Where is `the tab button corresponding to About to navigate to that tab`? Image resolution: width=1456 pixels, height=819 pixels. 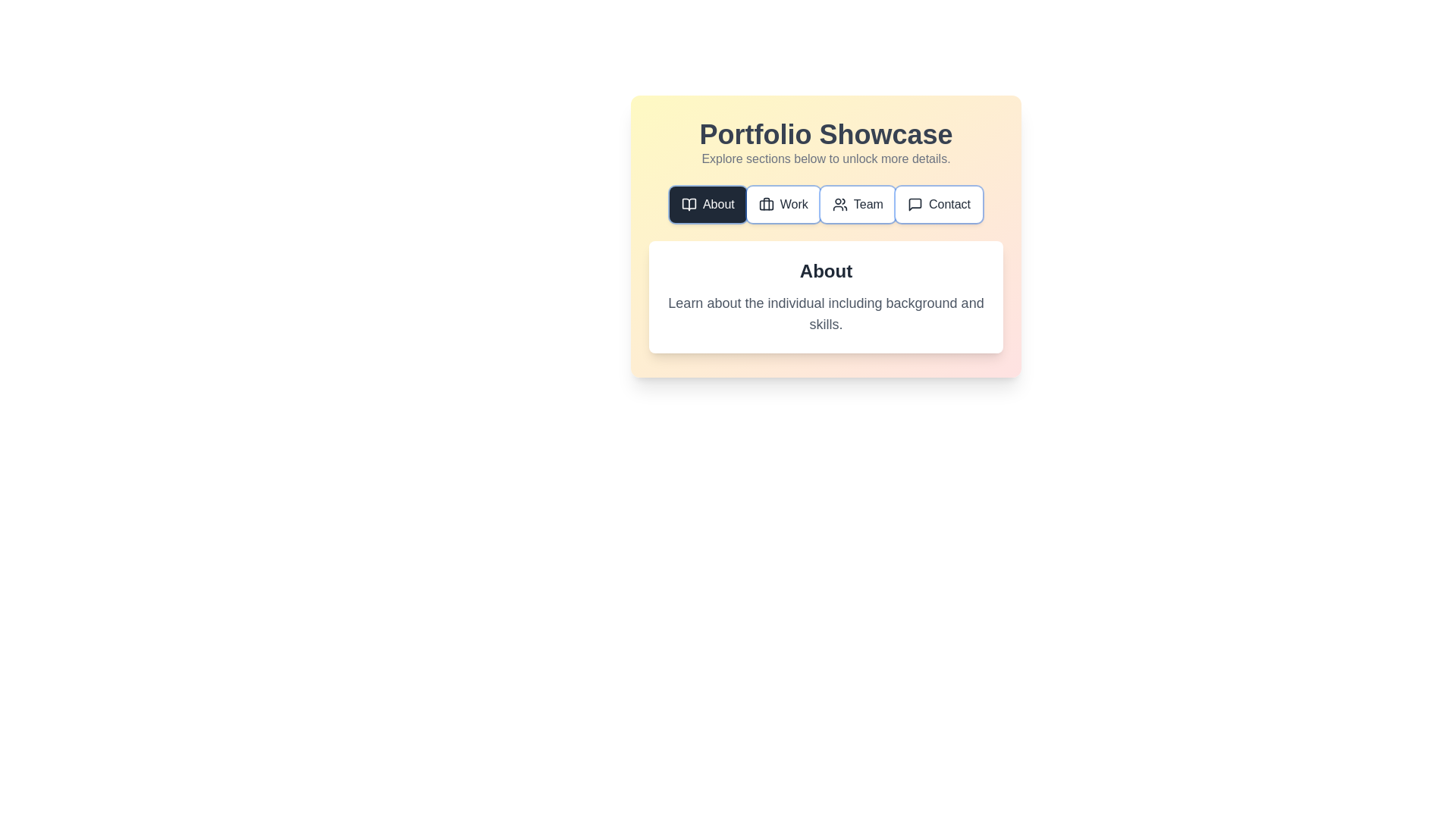
the tab button corresponding to About to navigate to that tab is located at coordinates (707, 205).